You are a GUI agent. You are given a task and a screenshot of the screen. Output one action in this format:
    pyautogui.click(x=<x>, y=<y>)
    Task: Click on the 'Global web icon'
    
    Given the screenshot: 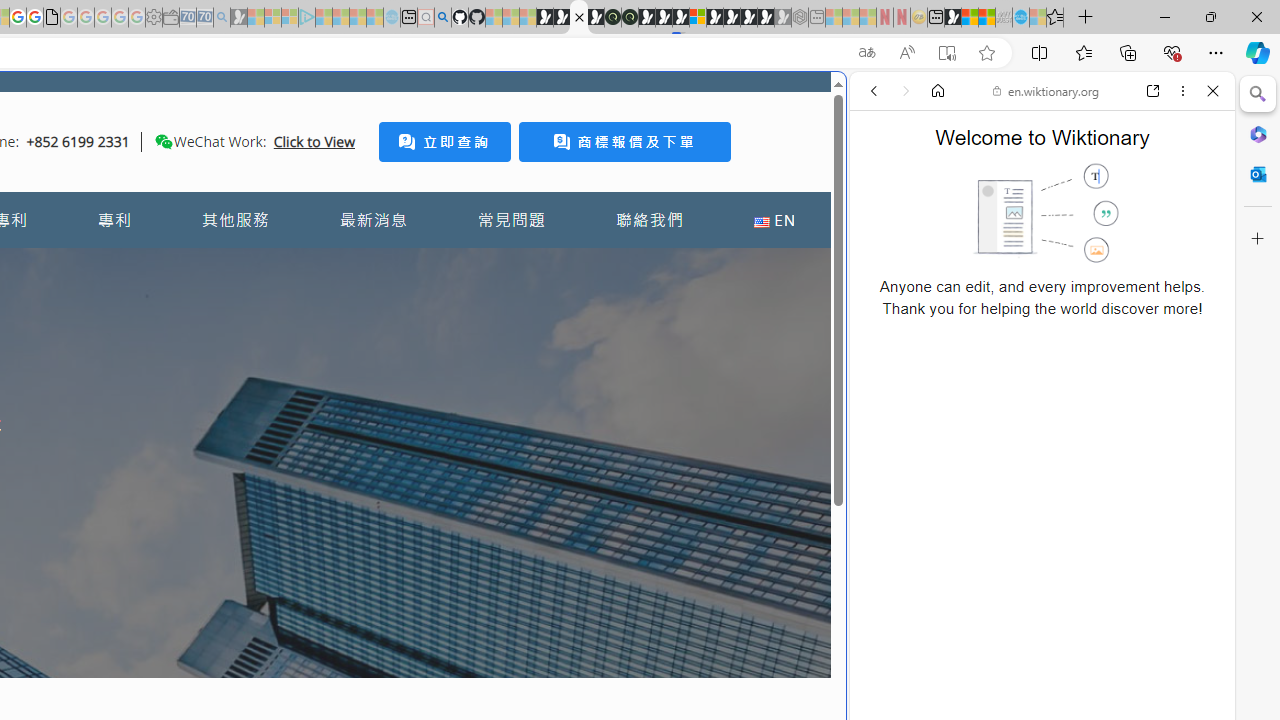 What is the action you would take?
    pyautogui.click(x=887, y=669)
    